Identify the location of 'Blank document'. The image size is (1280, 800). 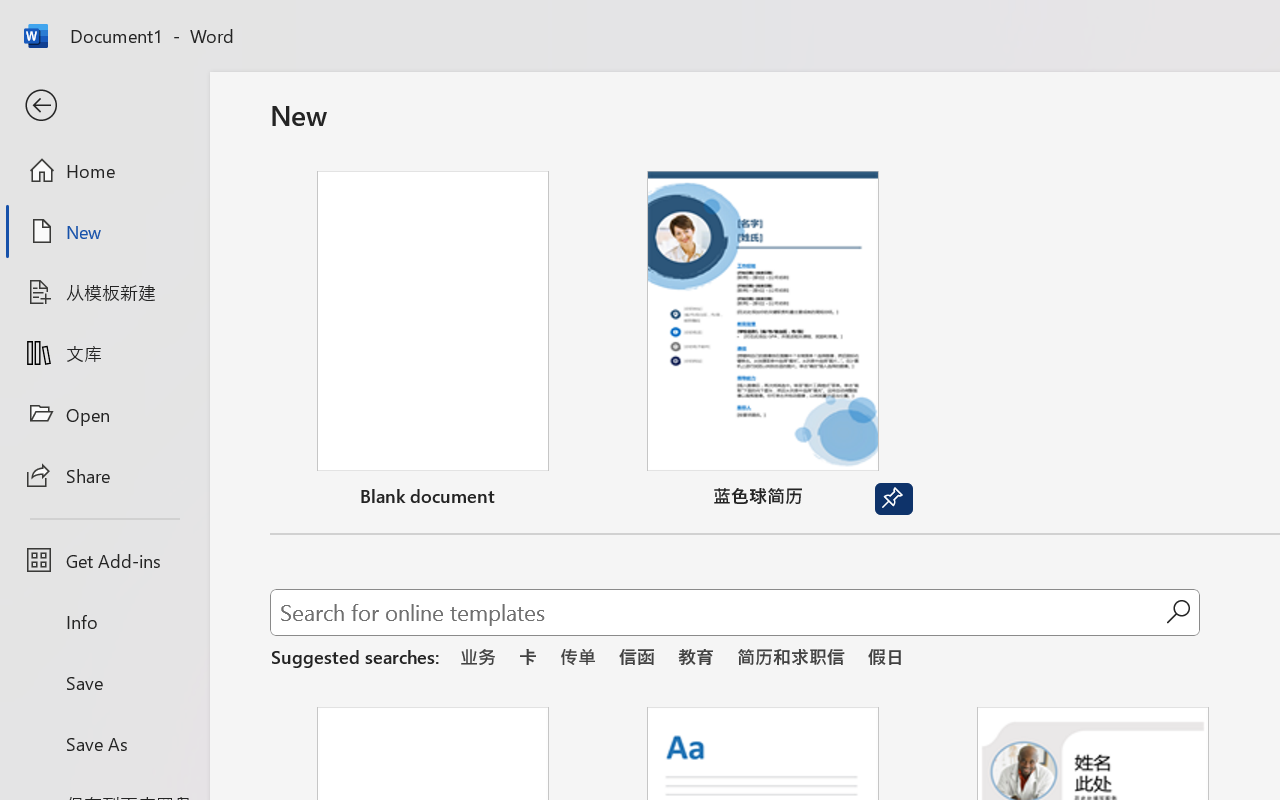
(432, 343).